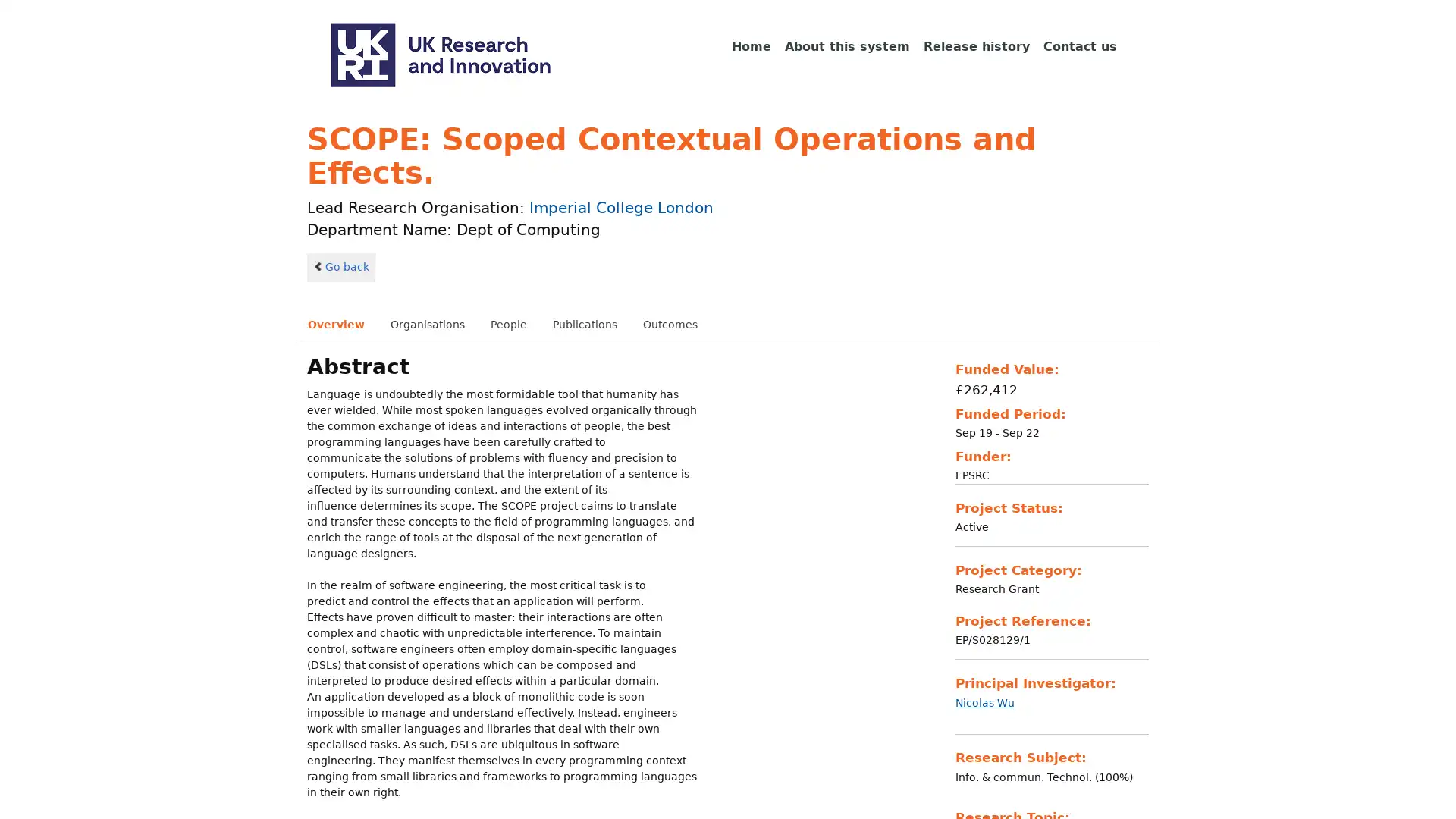  I want to click on Go back, so click(340, 265).